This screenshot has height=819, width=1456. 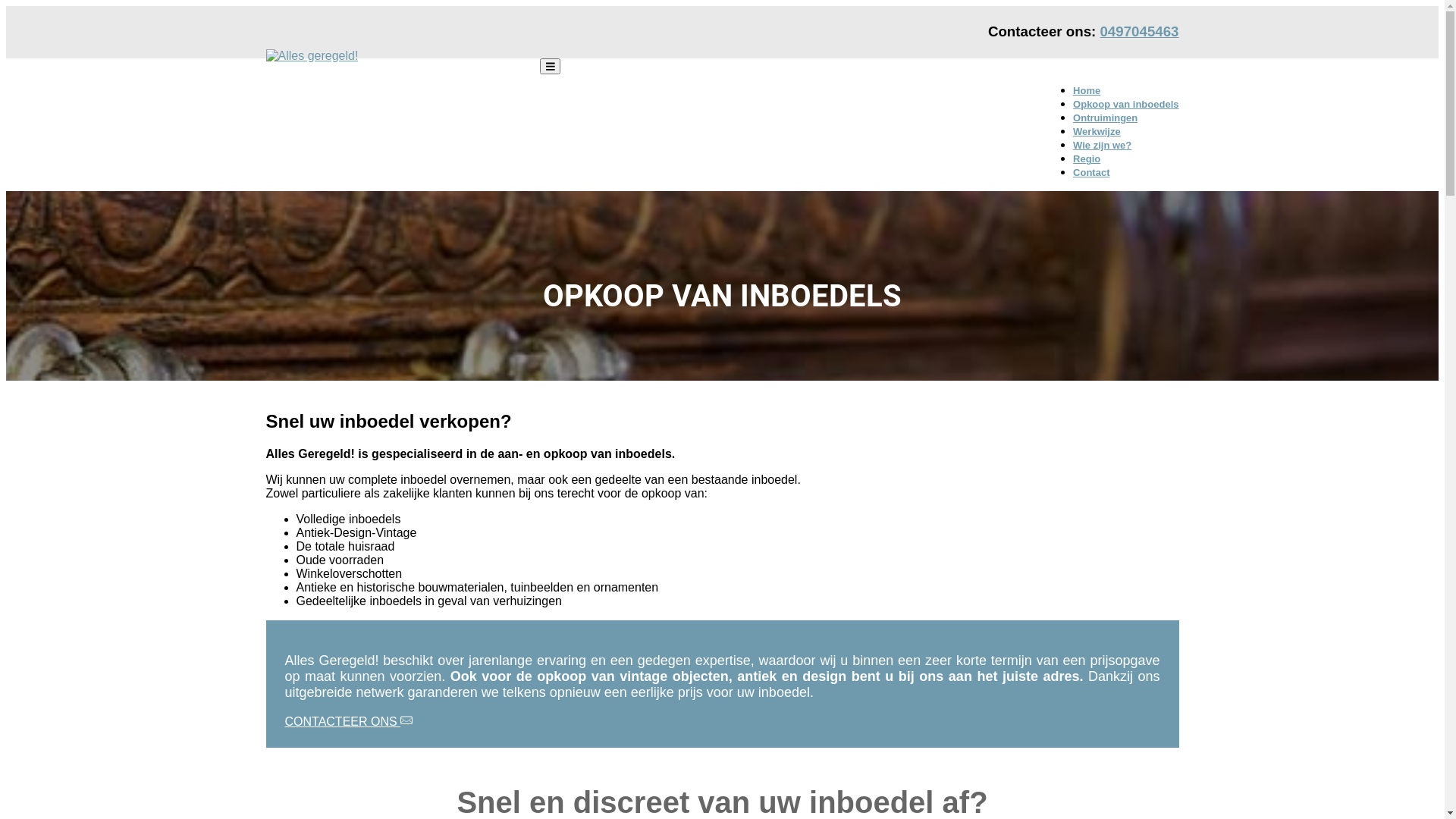 I want to click on 'Home', so click(x=1086, y=90).